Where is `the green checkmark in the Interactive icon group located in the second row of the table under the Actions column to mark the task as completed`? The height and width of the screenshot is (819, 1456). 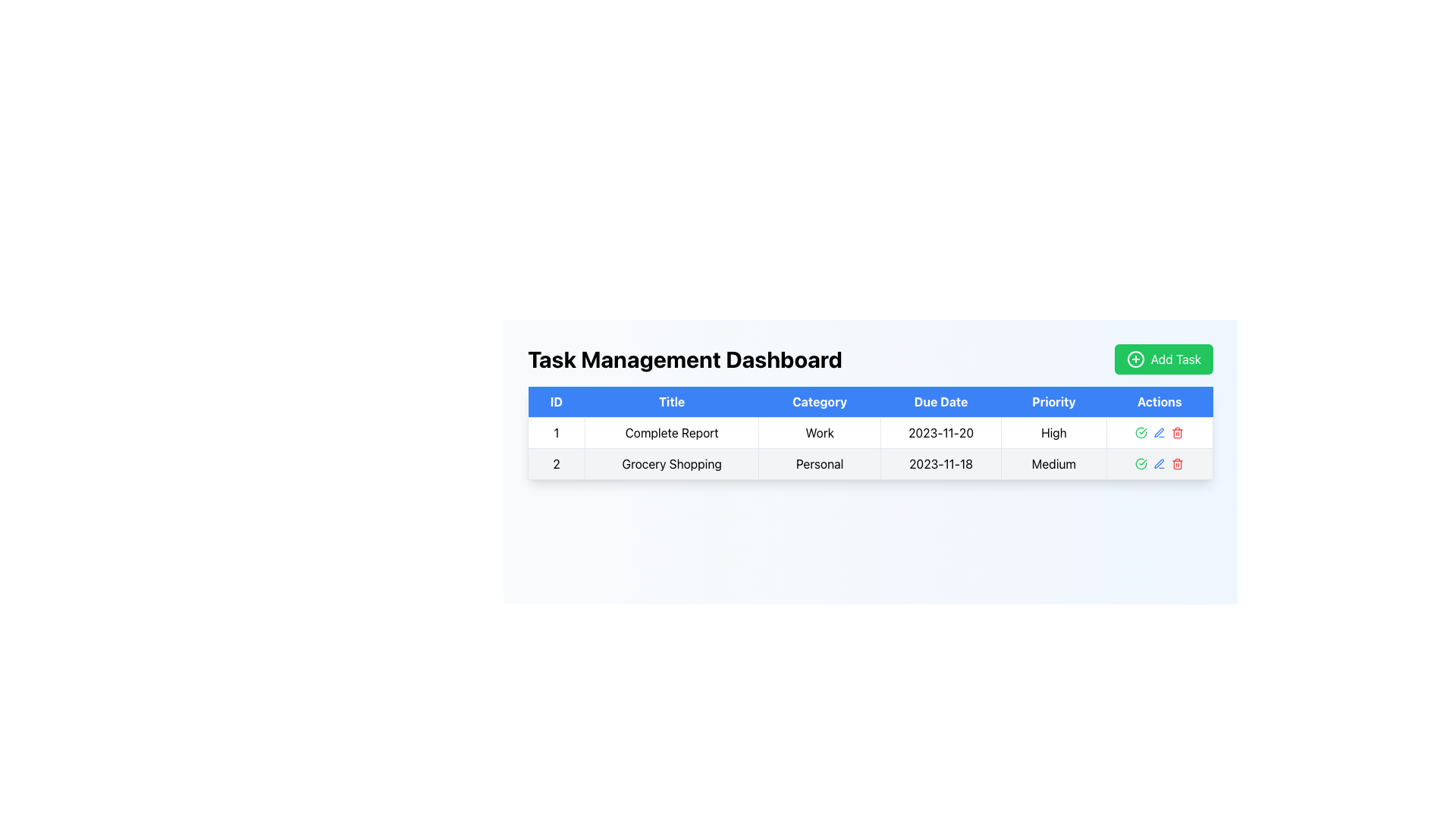
the green checkmark in the Interactive icon group located in the second row of the table under the Actions column to mark the task as completed is located at coordinates (1159, 463).